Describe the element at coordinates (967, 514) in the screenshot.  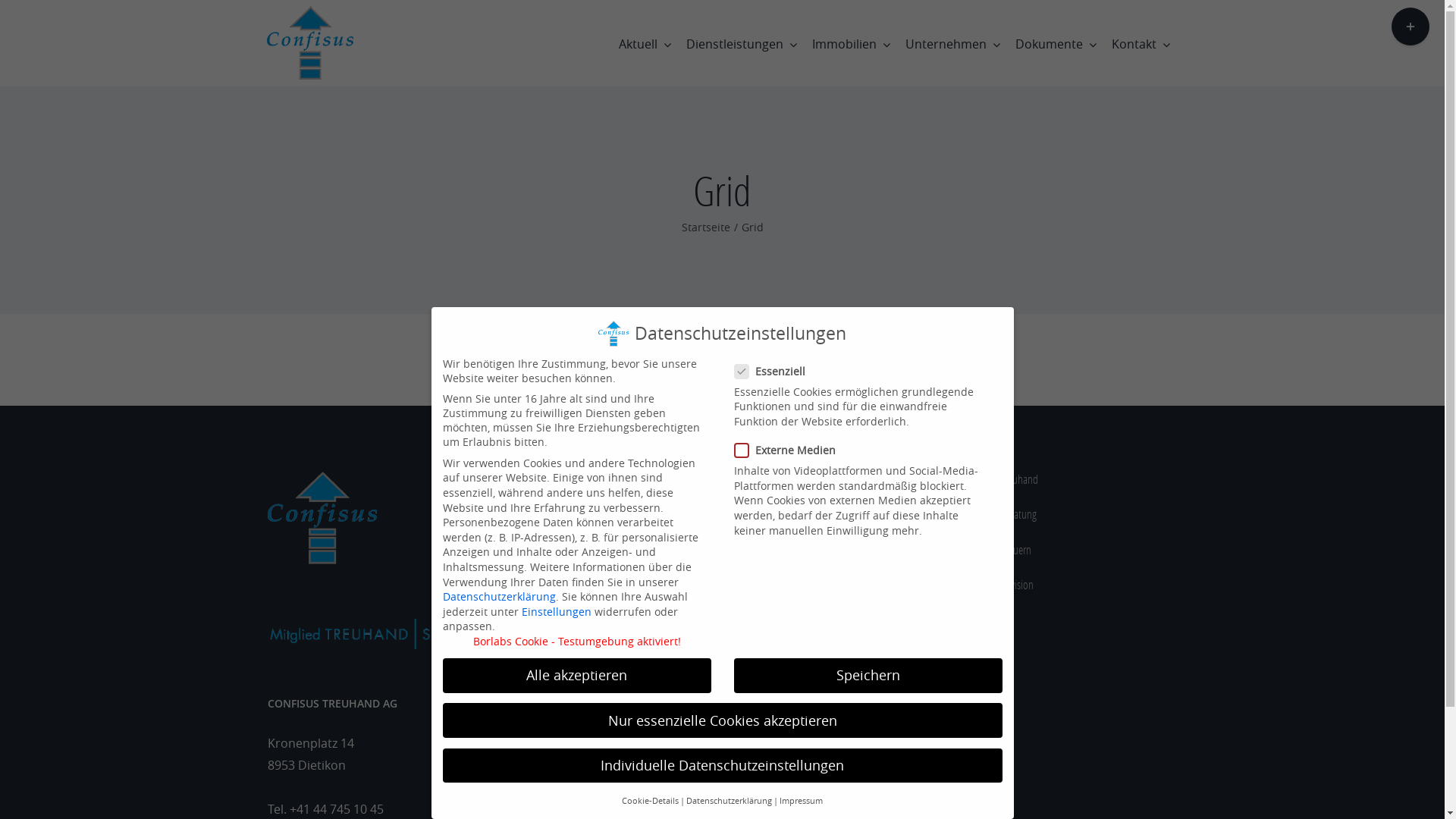
I see `'Beratung'` at that location.